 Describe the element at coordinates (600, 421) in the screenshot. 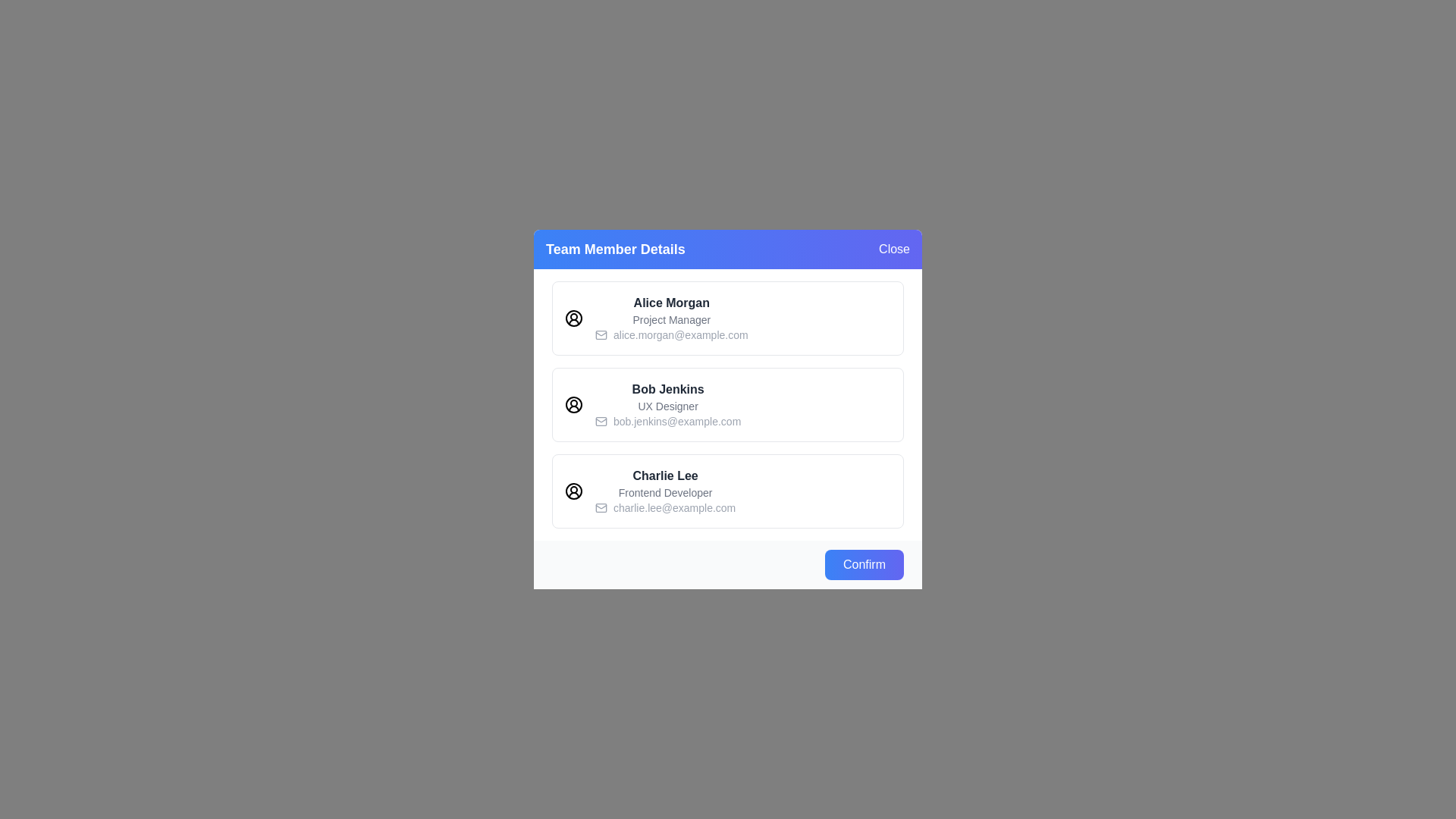

I see `the email icon component within the envelope illustration on the second user information card for 'Bob Jenkins'` at that location.